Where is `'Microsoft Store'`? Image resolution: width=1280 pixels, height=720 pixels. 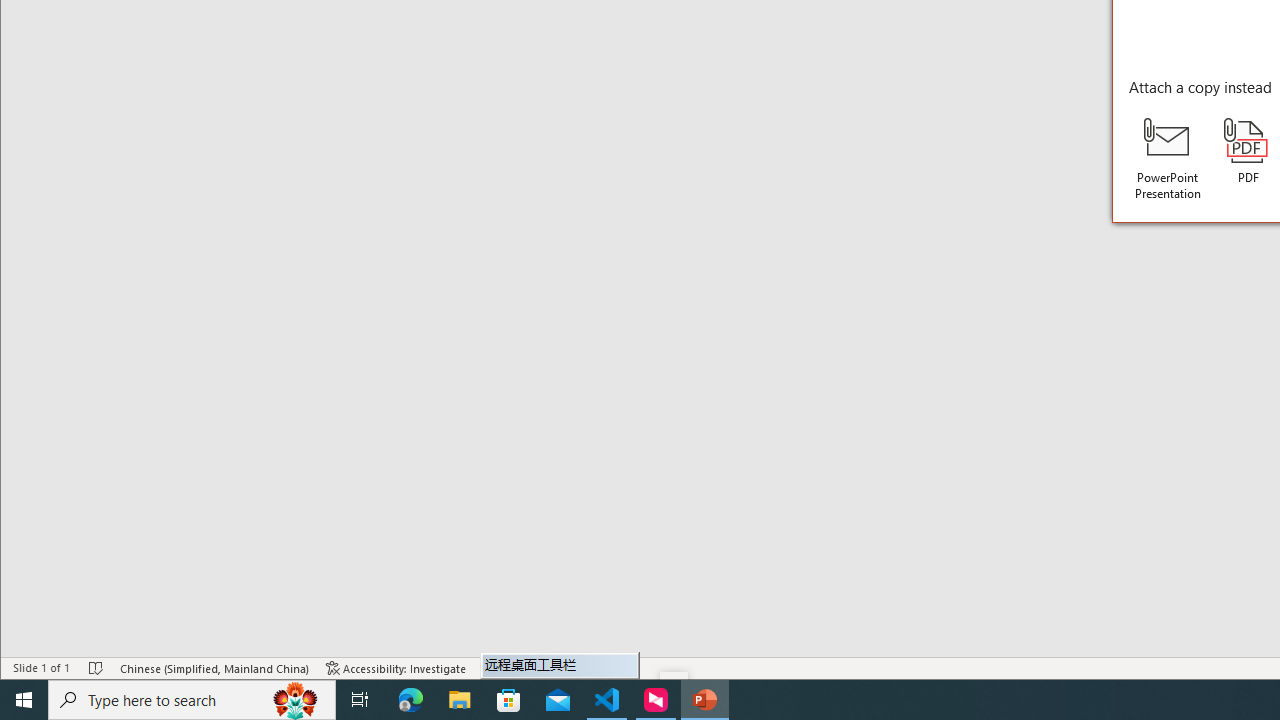
'Microsoft Store' is located at coordinates (509, 698).